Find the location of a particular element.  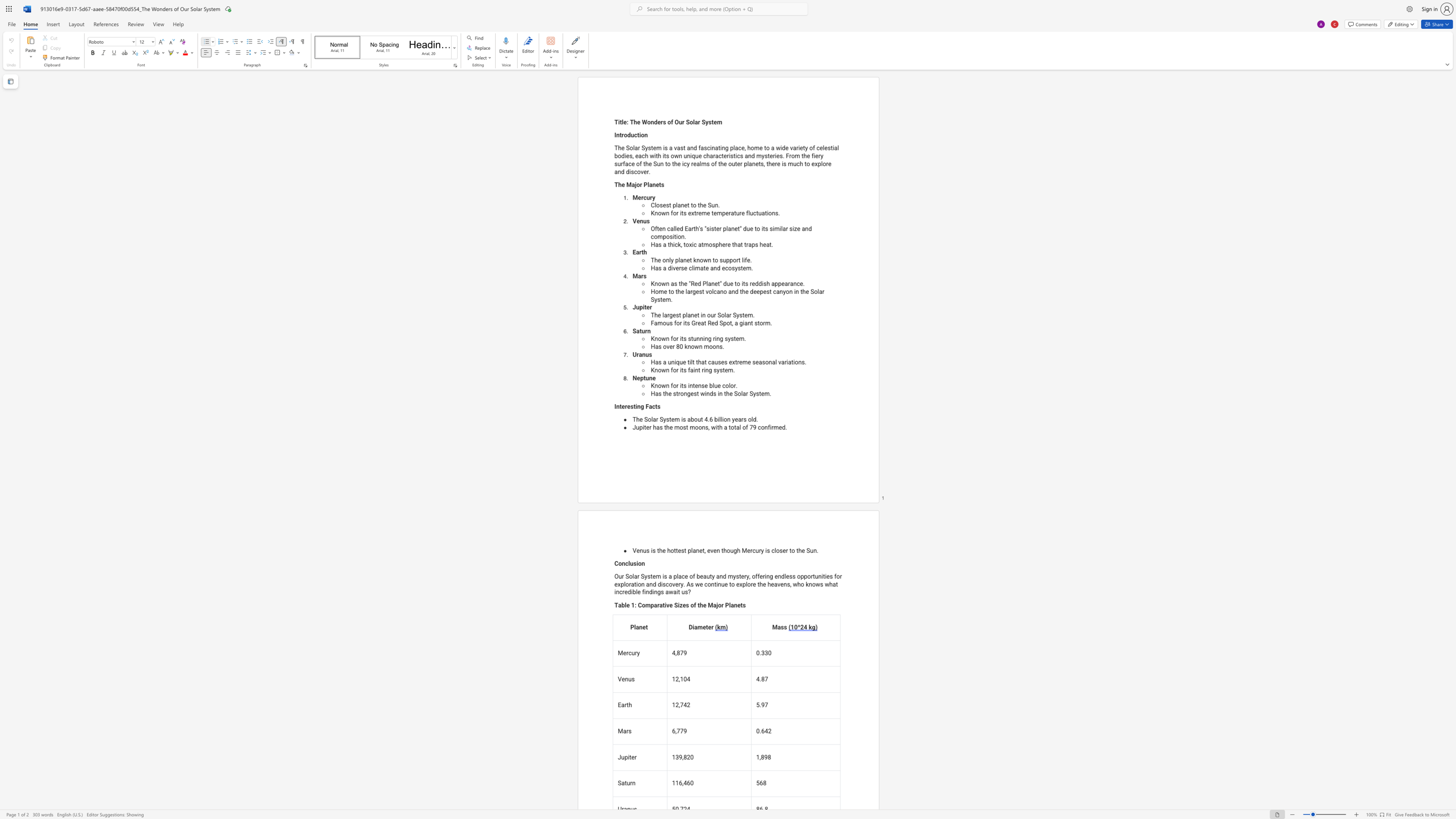

the space between the continuous character "r" and "g" in the text is located at coordinates (669, 315).